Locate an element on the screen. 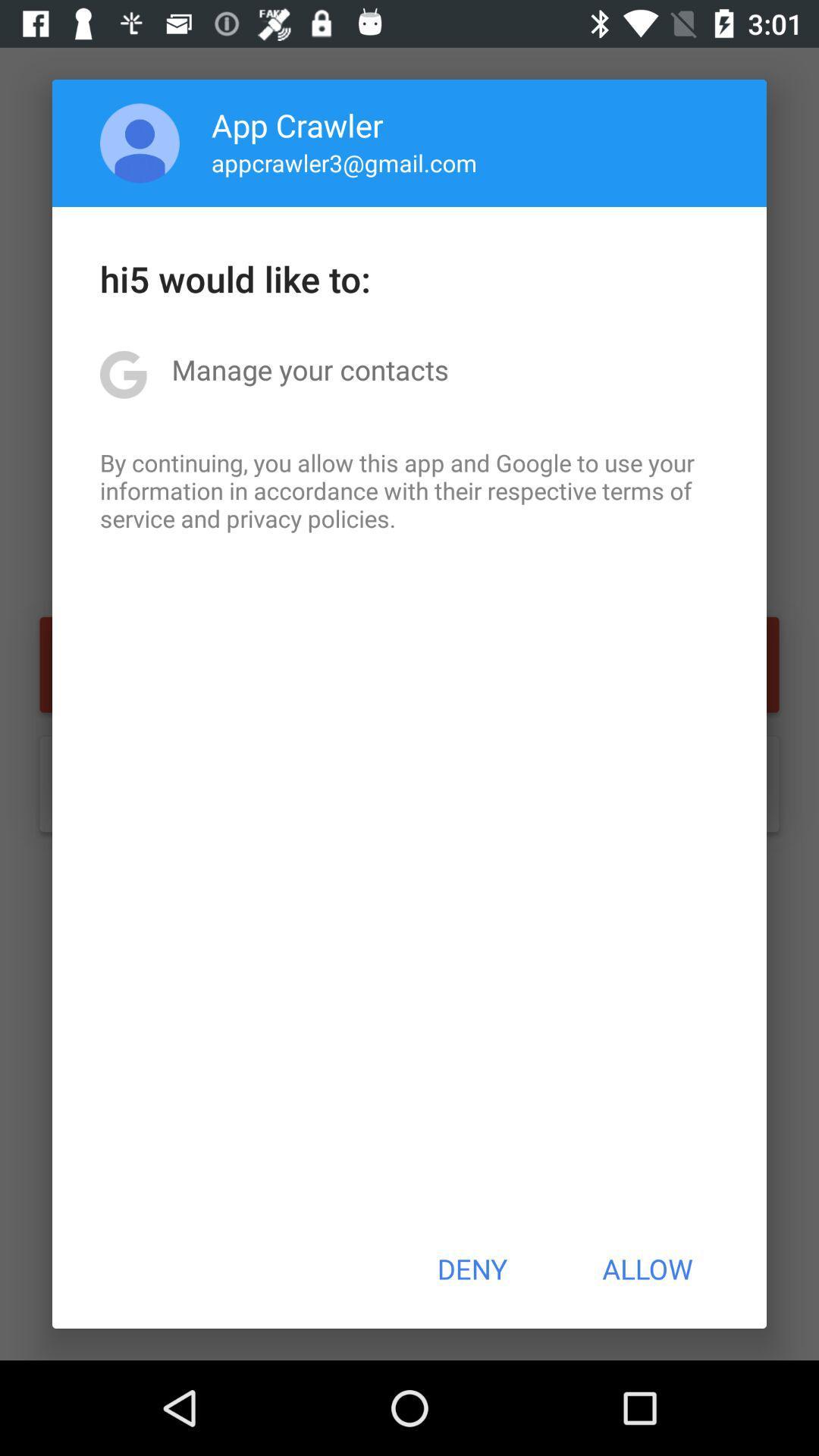  item above the appcrawler3@gmail.com is located at coordinates (297, 124).